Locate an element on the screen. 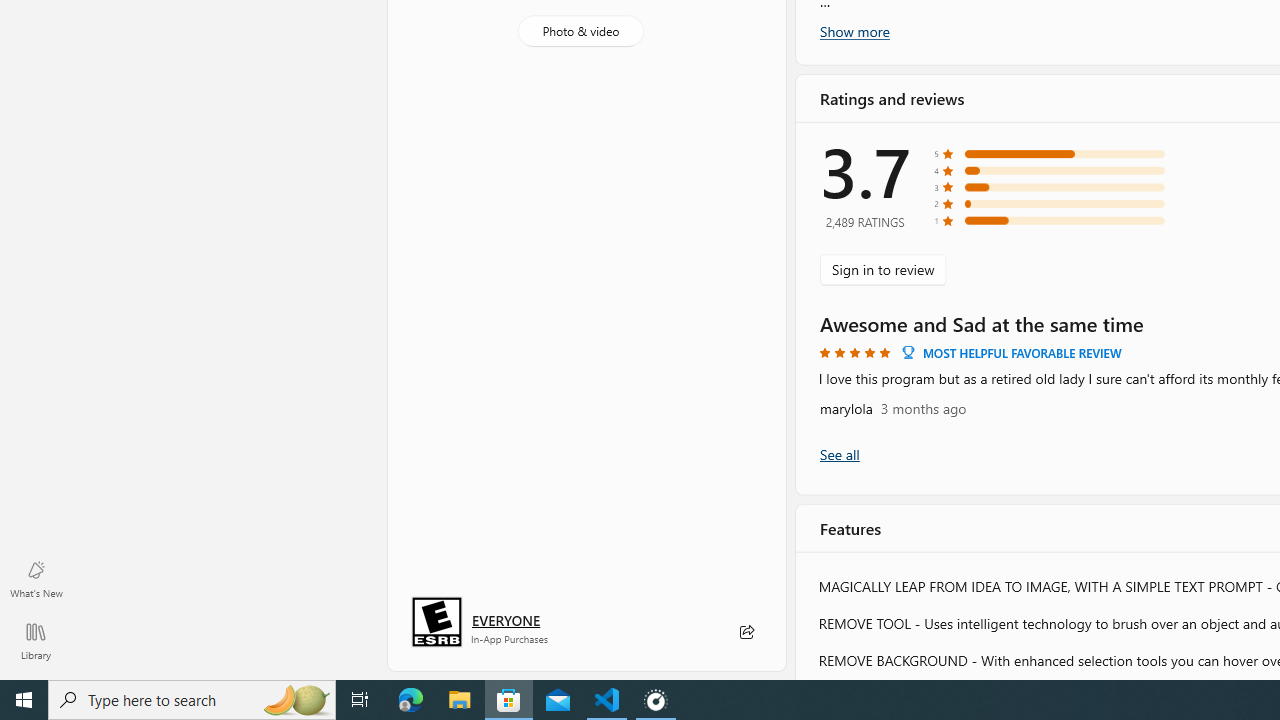 The image size is (1280, 720). 'Sign in to review' is located at coordinates (882, 268).